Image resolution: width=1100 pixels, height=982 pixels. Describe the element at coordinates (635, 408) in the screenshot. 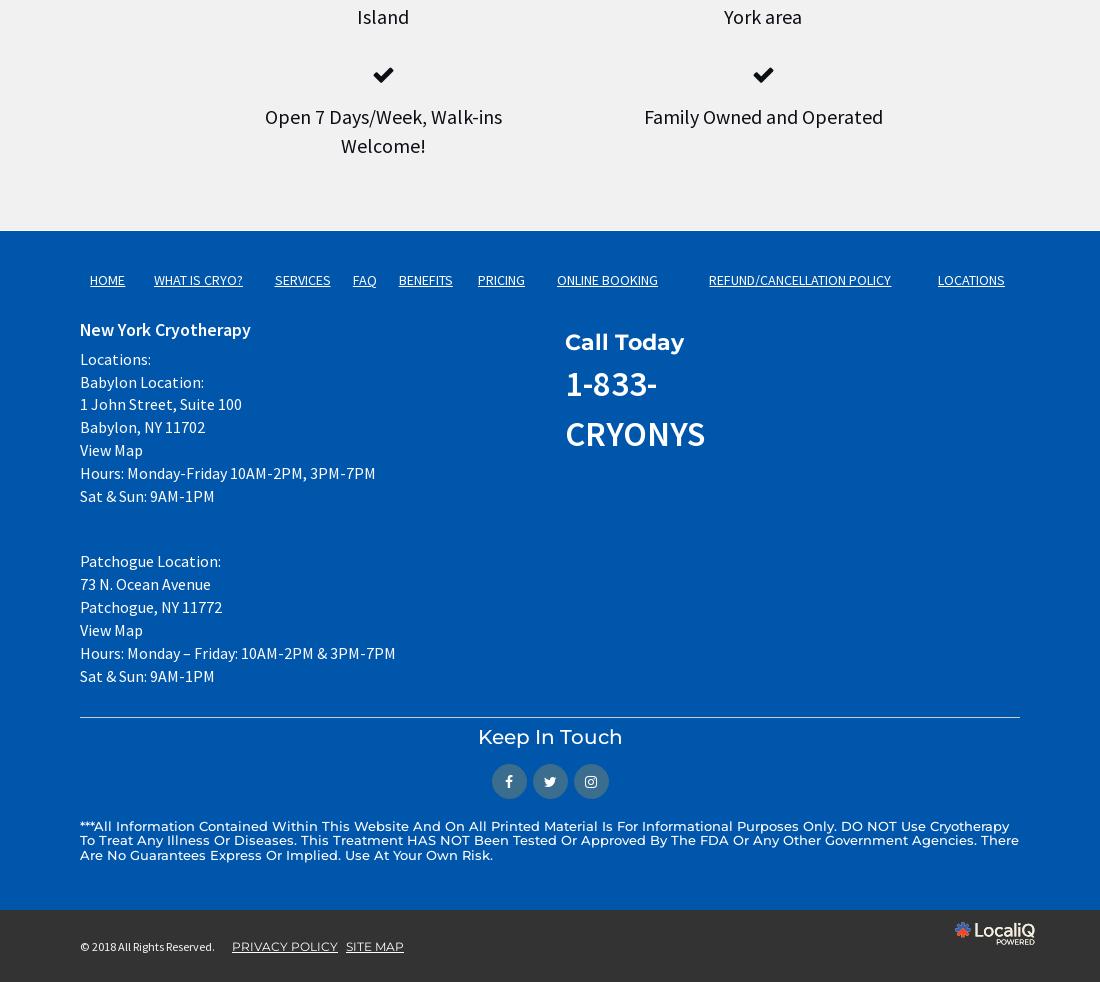

I see `'1-833-CRYONYS'` at that location.